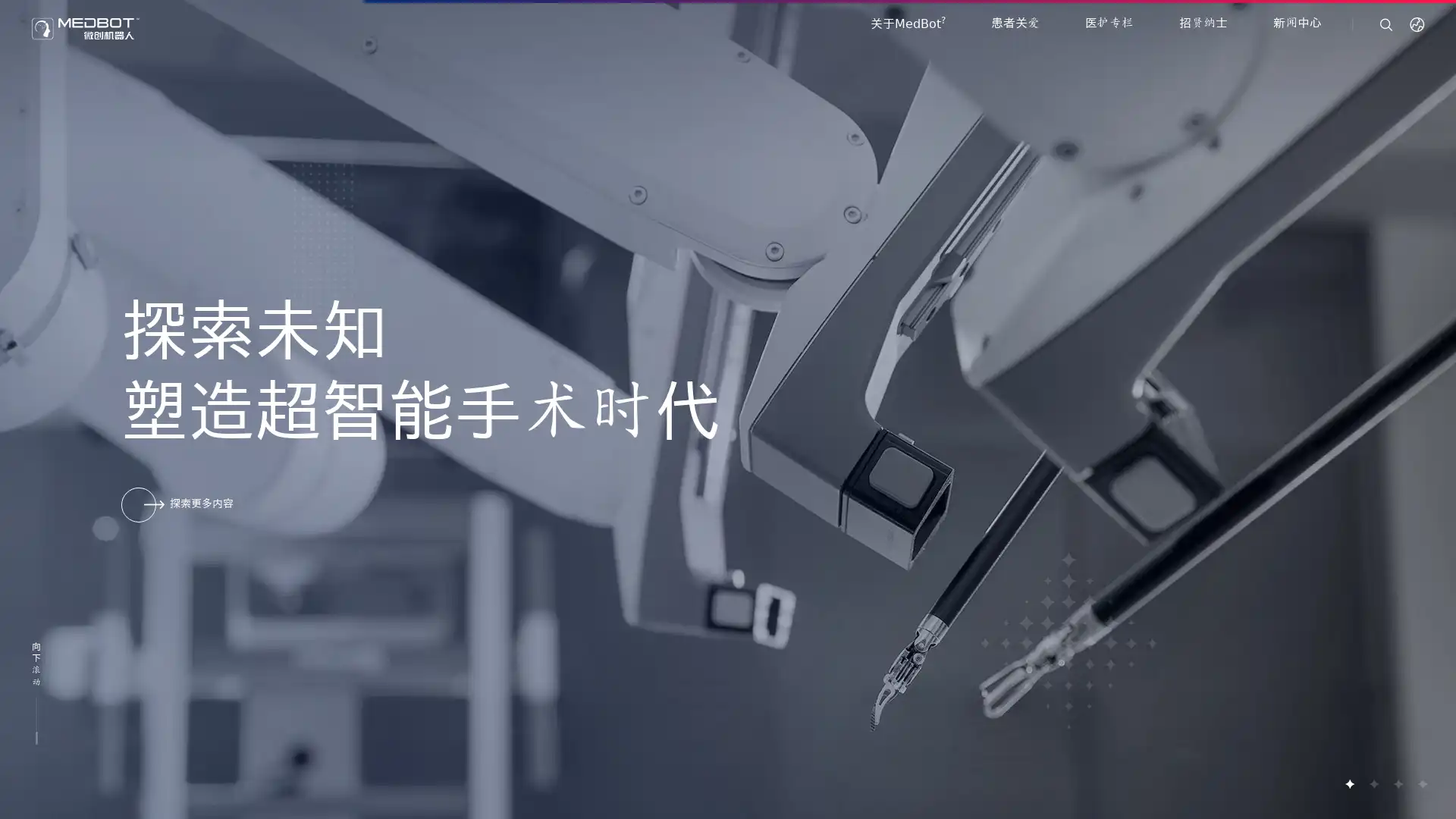  Describe the element at coordinates (1397, 783) in the screenshot. I see `Go to slide 3` at that location.